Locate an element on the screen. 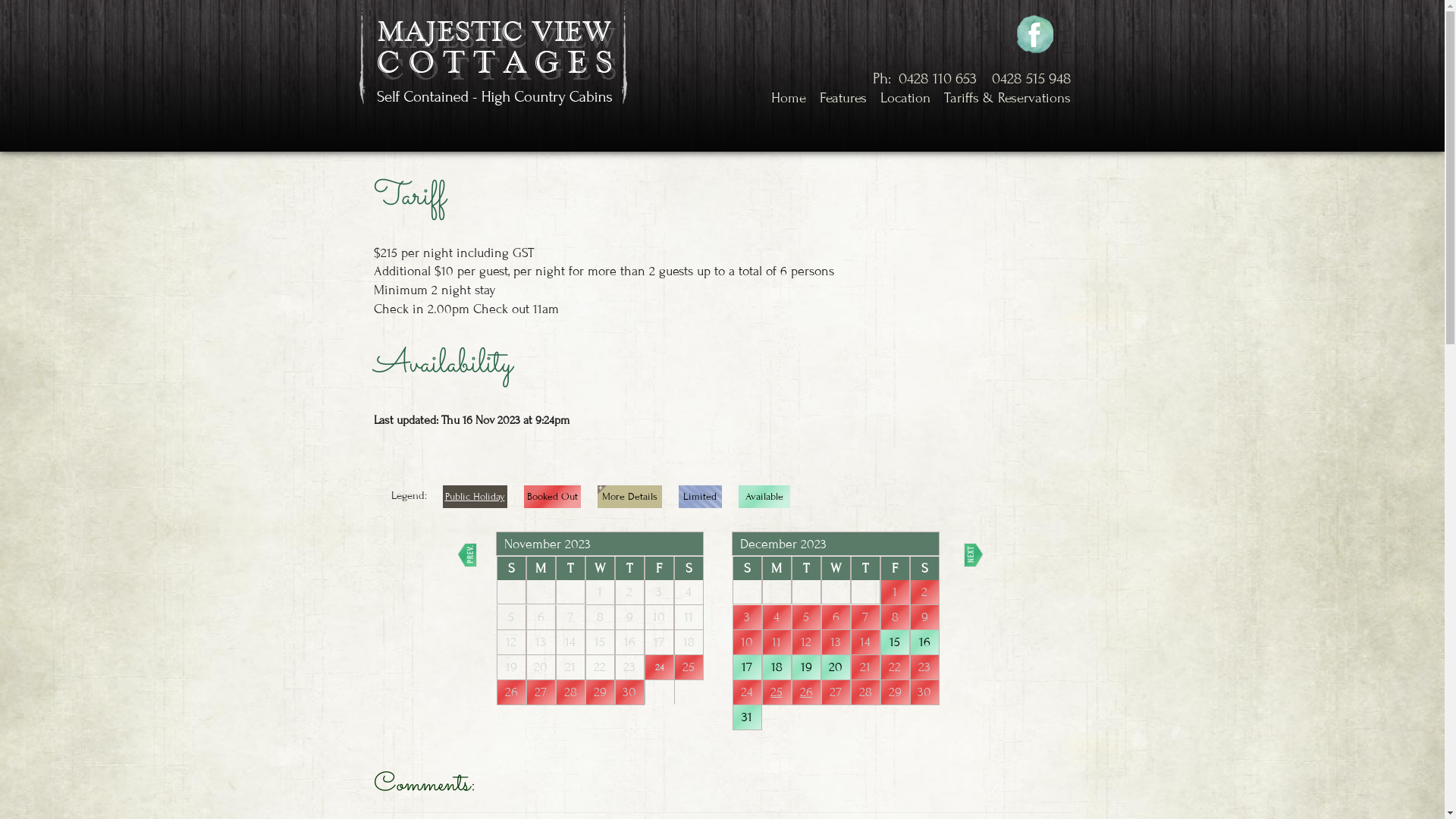  '0428 110 653' is located at coordinates (936, 79).